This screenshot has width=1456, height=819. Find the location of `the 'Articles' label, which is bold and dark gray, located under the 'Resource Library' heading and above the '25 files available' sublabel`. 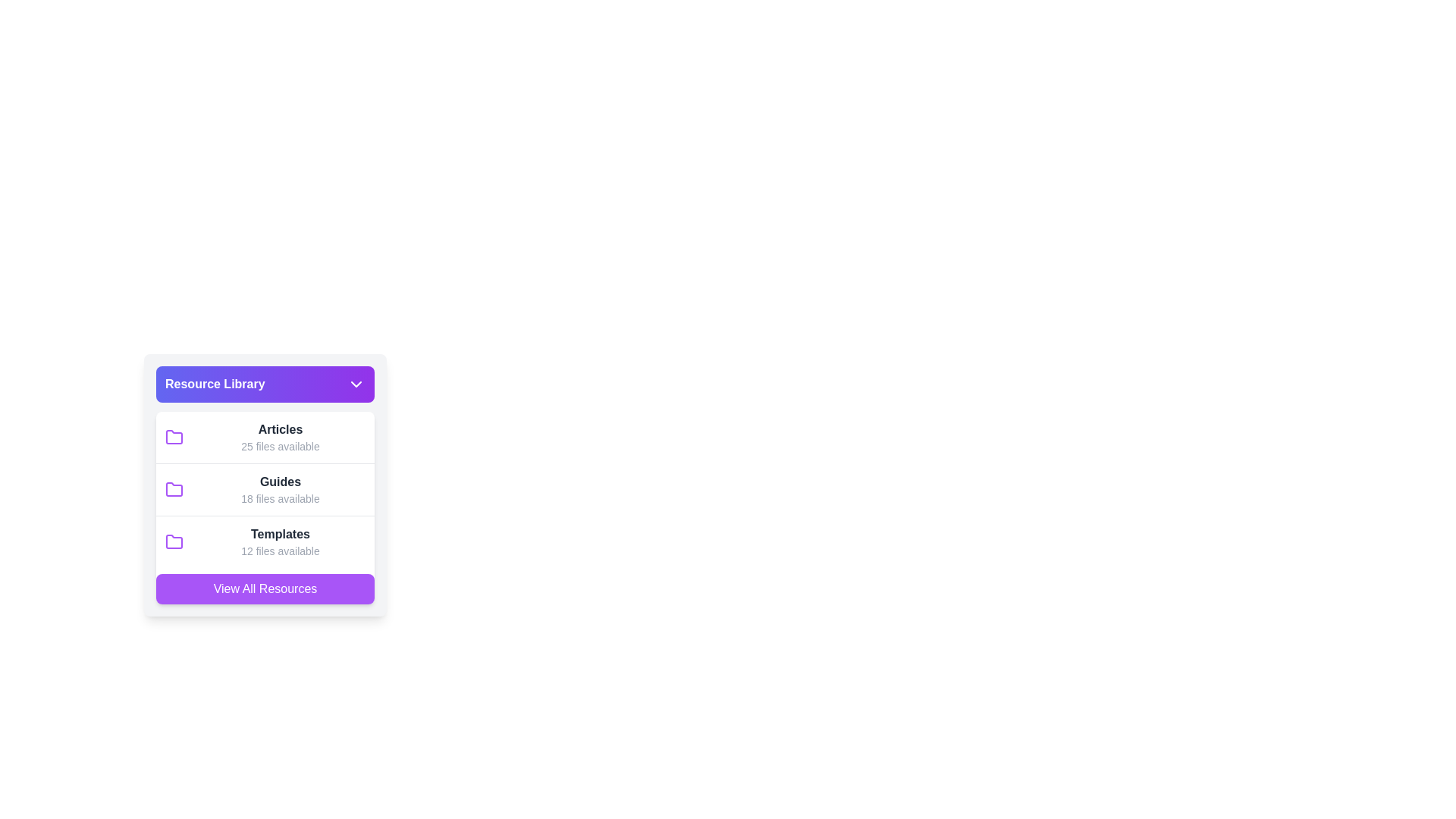

the 'Articles' label, which is bold and dark gray, located under the 'Resource Library' heading and above the '25 files available' sublabel is located at coordinates (280, 430).